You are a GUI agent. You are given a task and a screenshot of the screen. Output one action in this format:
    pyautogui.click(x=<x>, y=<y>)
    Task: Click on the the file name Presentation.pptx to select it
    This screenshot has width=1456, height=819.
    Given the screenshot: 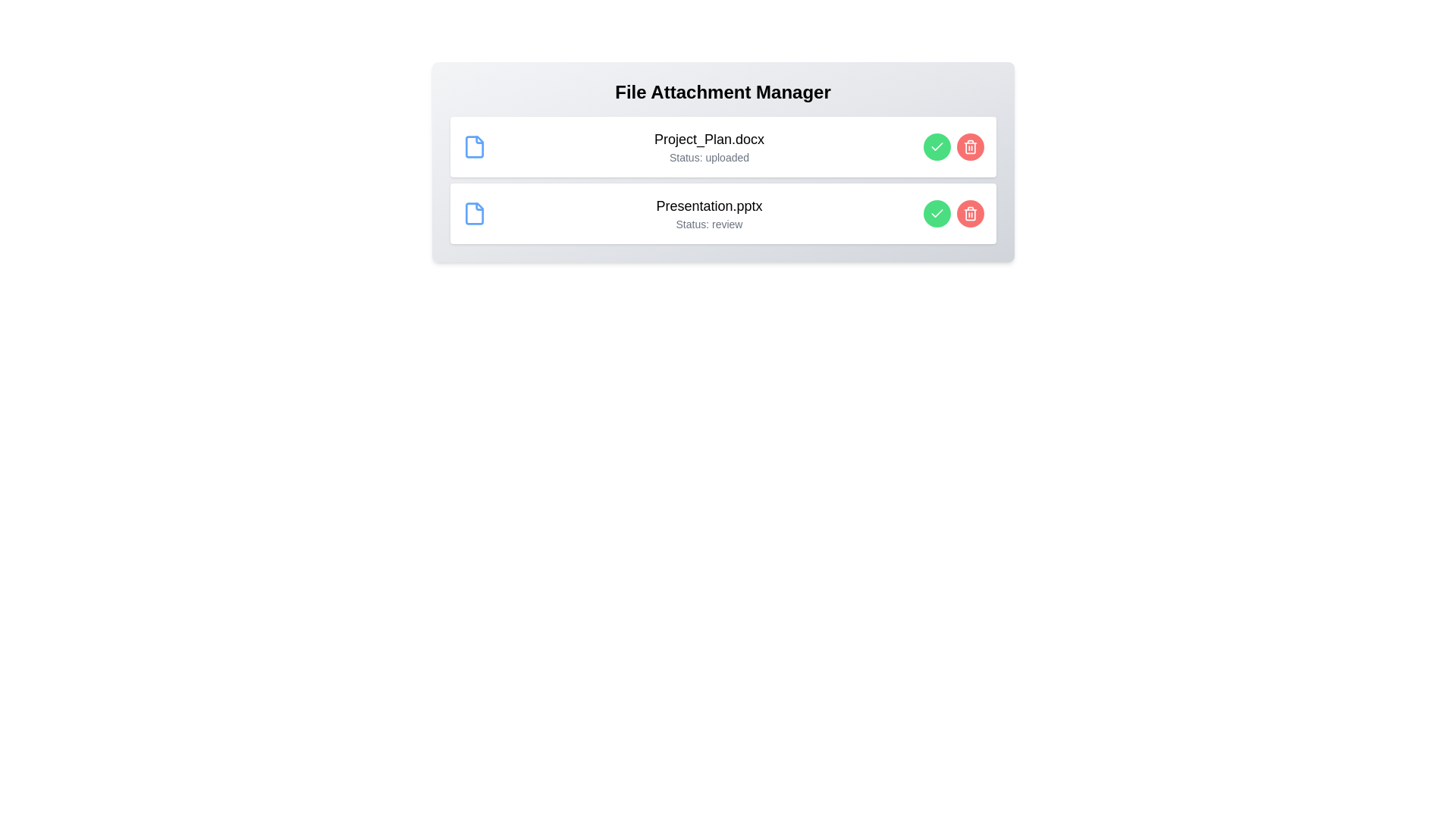 What is the action you would take?
    pyautogui.click(x=708, y=206)
    